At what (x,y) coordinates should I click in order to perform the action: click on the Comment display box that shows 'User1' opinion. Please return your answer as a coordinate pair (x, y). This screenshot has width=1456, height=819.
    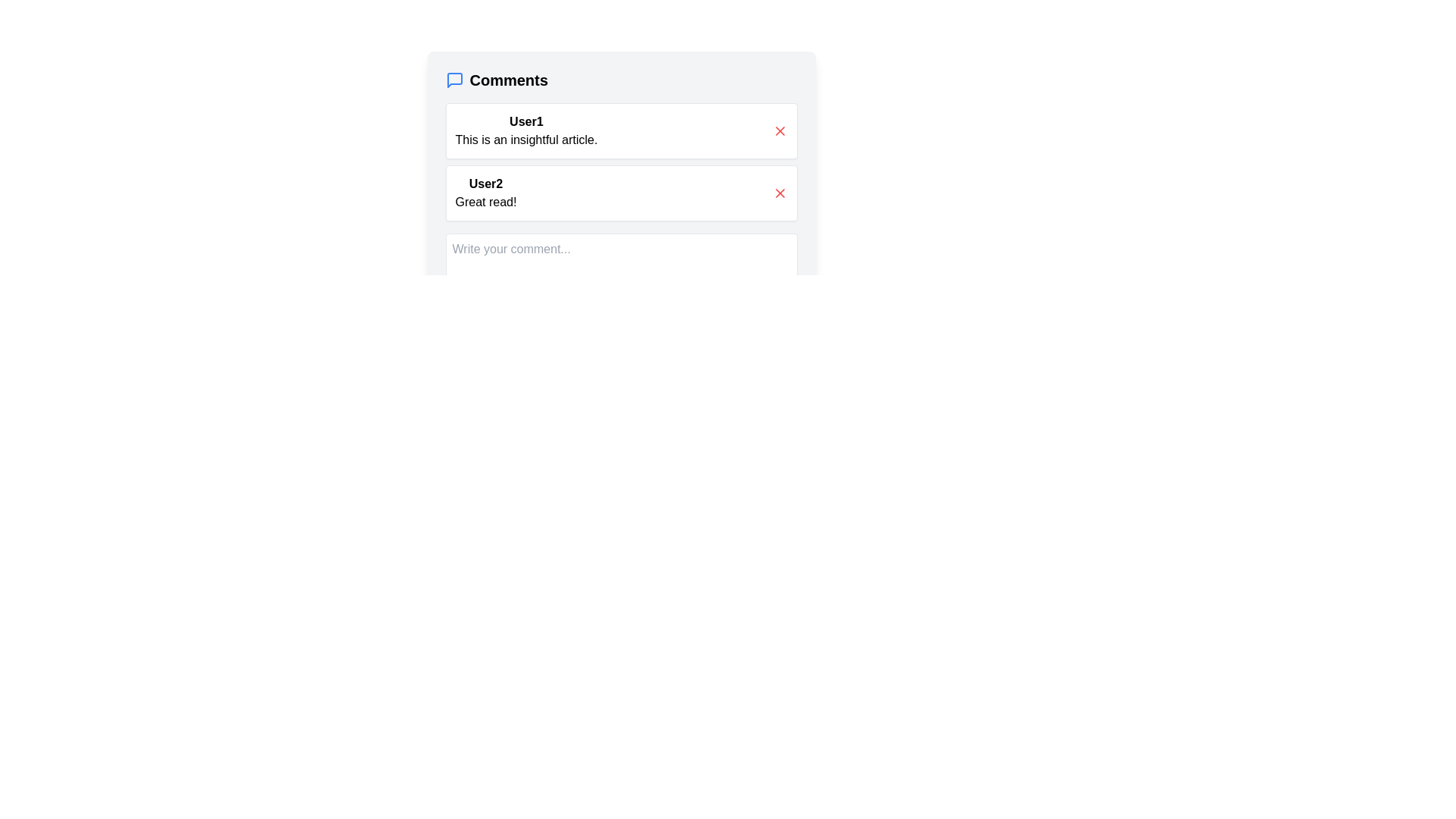
    Looking at the image, I should click on (526, 130).